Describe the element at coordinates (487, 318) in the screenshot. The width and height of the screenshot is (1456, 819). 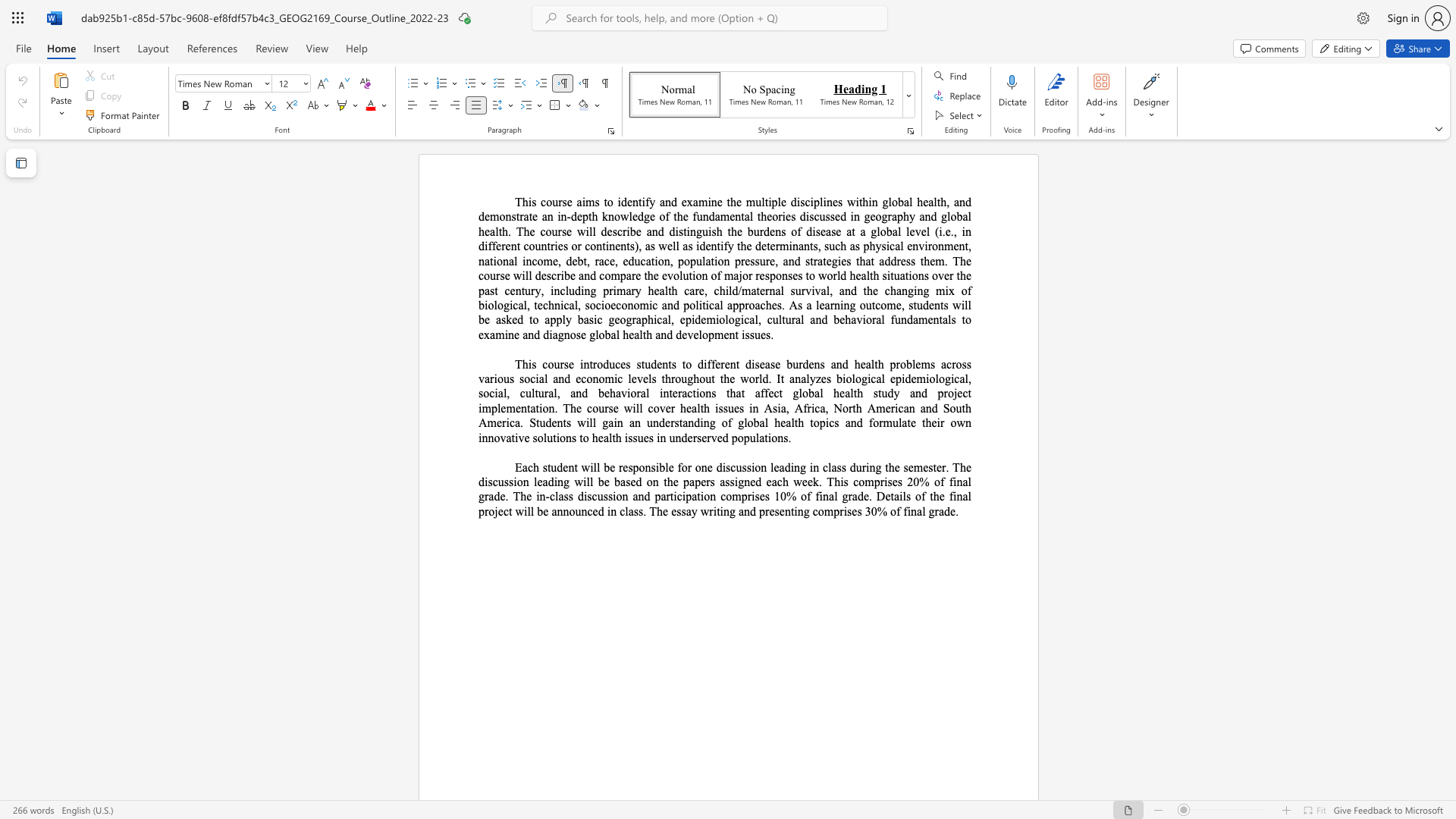
I see `the 3th character "e" in the text` at that location.